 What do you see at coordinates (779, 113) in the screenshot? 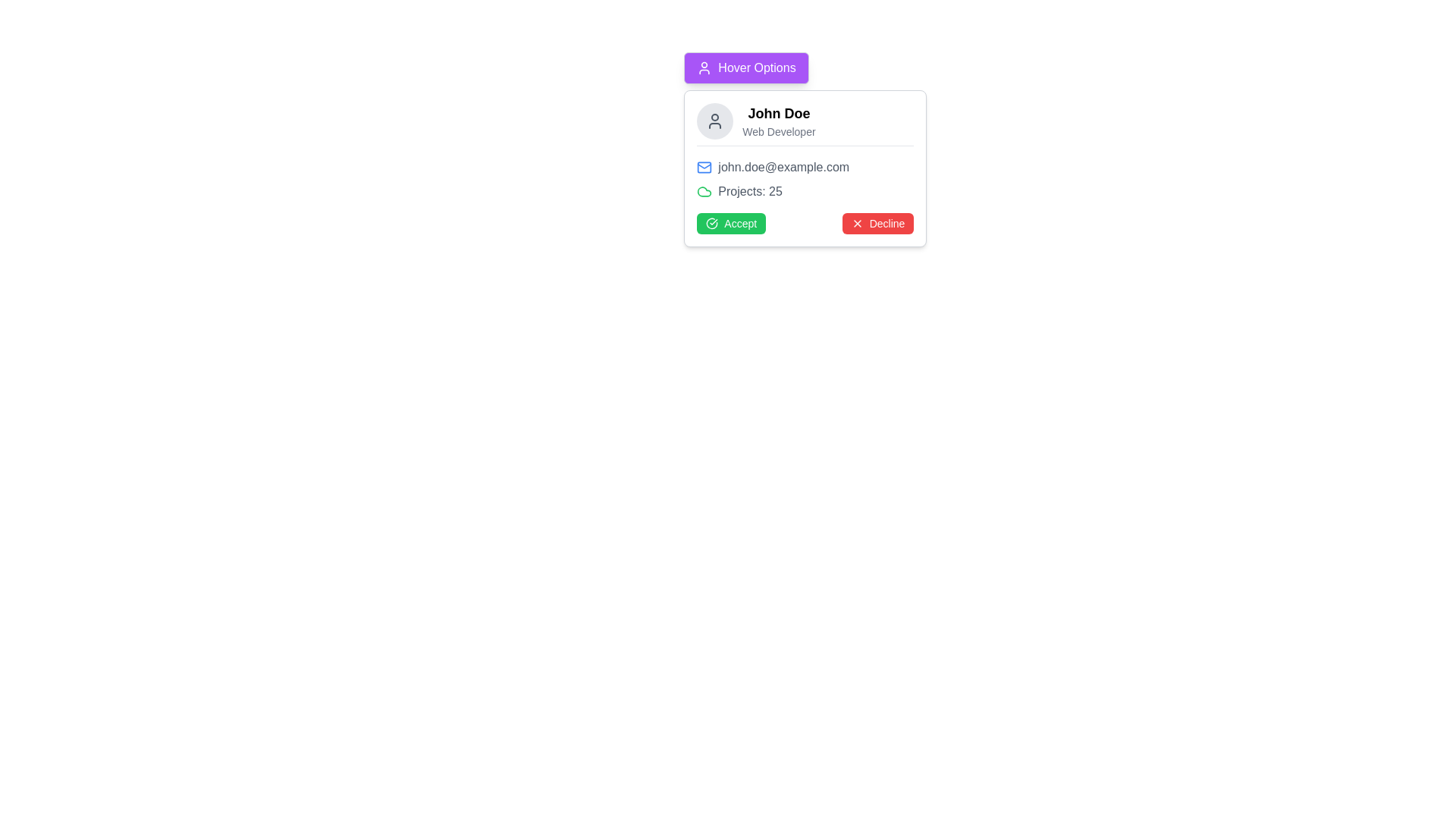
I see `the user name Text Label, which is the primary identifier for the user, positioned above the 'Web Developer' text within the user card interface` at bounding box center [779, 113].